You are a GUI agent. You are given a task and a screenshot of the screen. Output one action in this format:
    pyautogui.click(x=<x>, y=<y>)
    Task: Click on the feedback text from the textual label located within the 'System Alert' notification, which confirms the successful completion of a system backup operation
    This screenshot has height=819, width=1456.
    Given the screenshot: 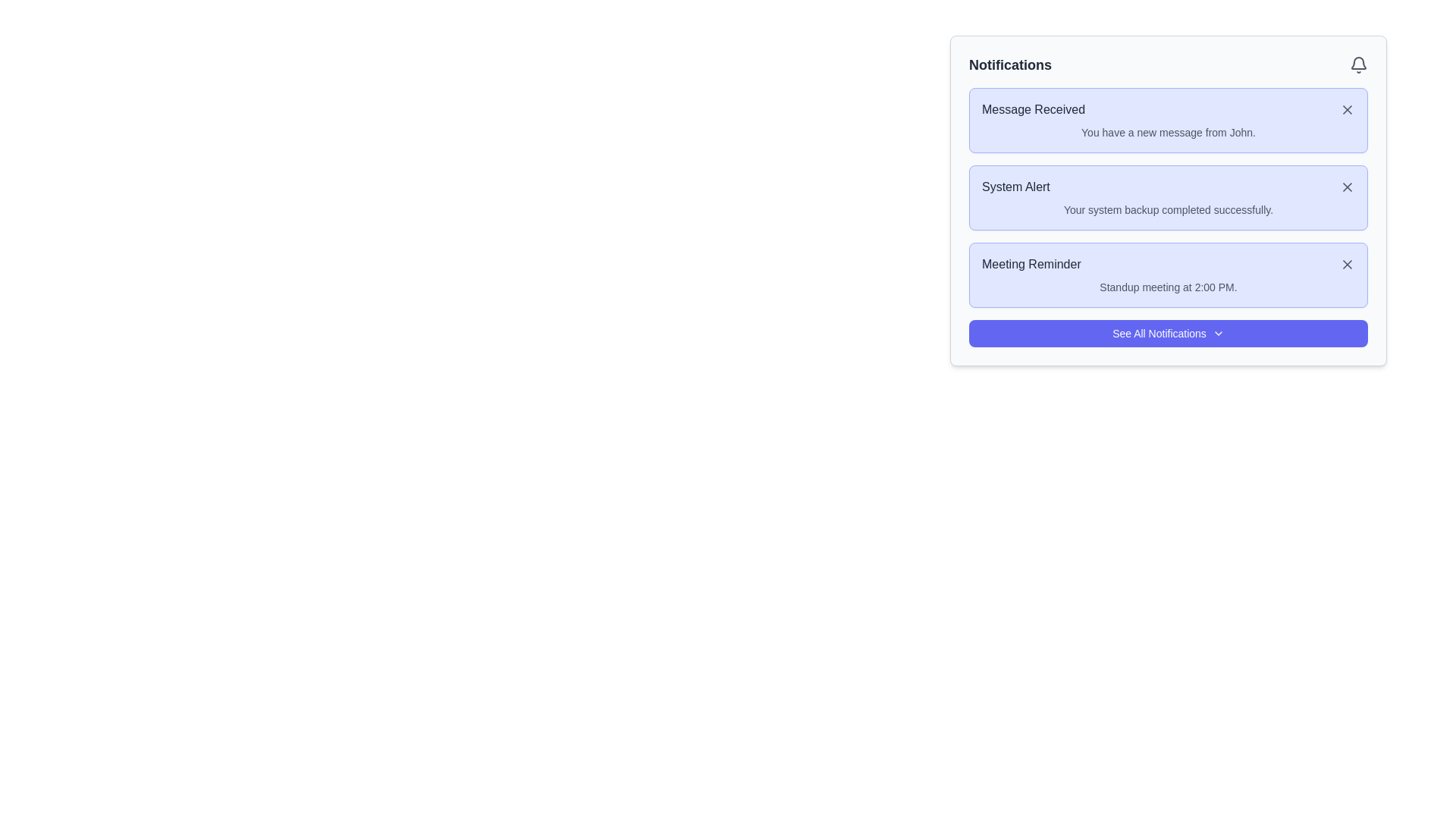 What is the action you would take?
    pyautogui.click(x=1167, y=210)
    